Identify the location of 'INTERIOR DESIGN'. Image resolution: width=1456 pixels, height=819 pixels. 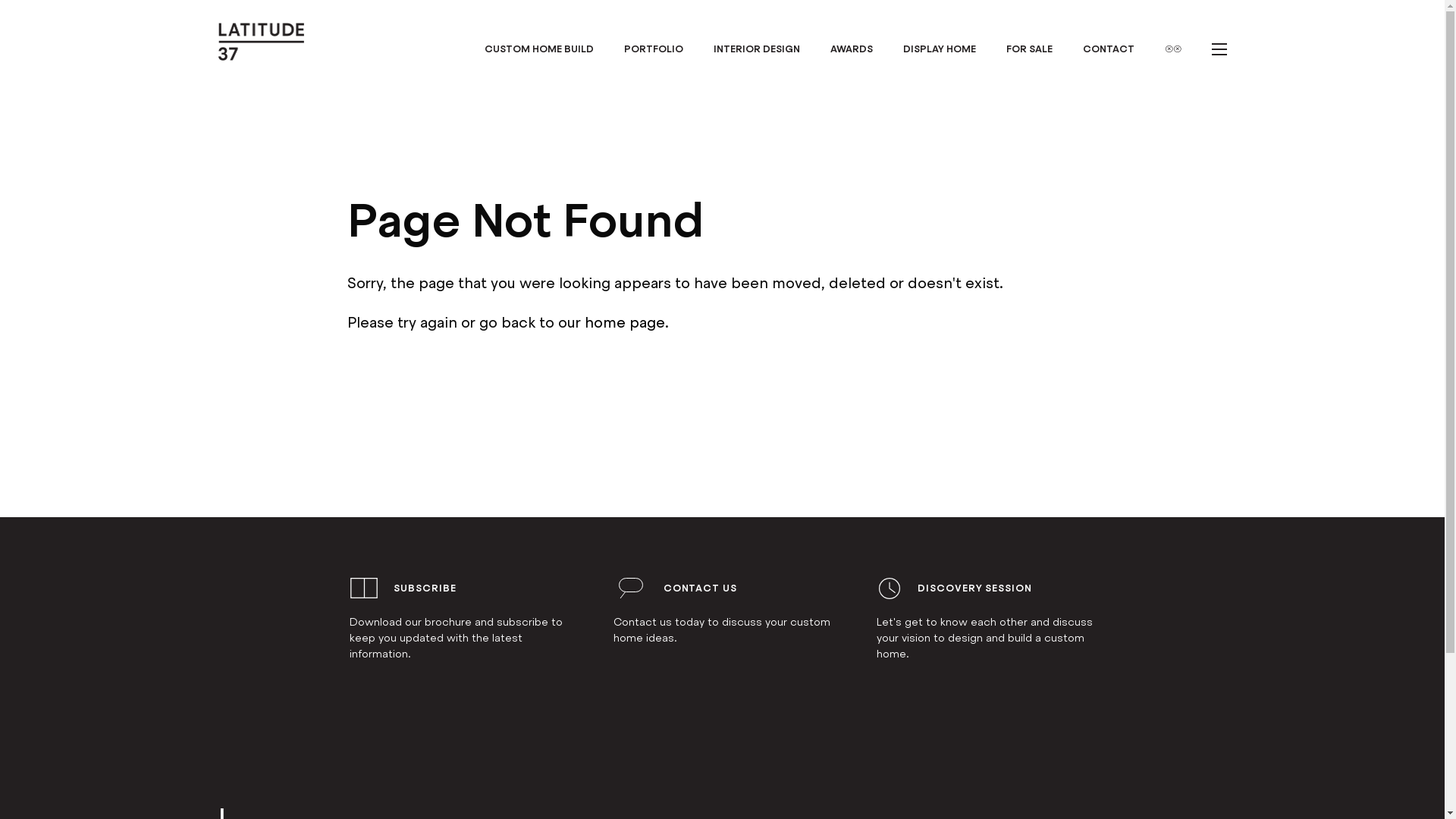
(756, 49).